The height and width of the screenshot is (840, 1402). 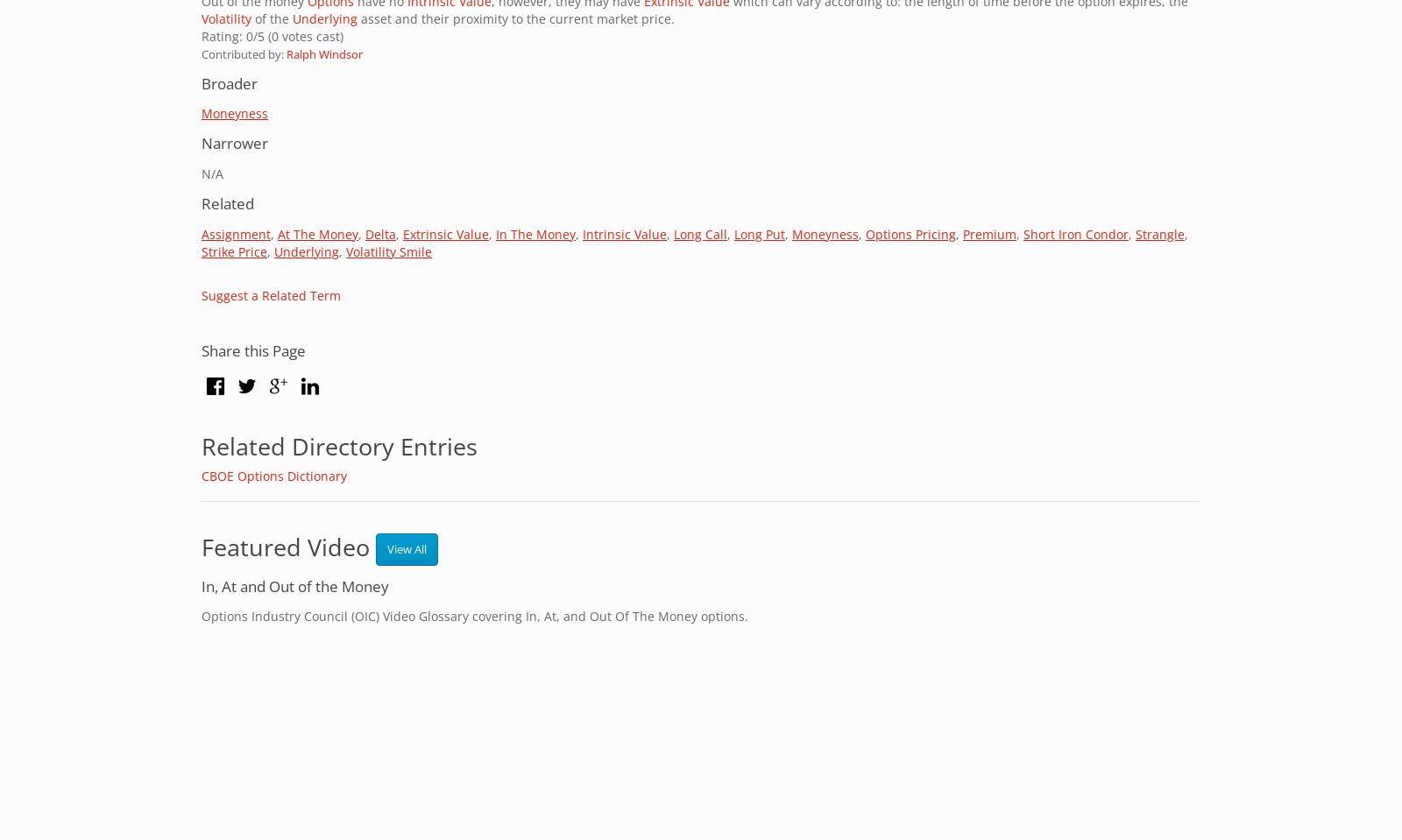 What do you see at coordinates (244, 52) in the screenshot?
I see `'Contributed by:'` at bounding box center [244, 52].